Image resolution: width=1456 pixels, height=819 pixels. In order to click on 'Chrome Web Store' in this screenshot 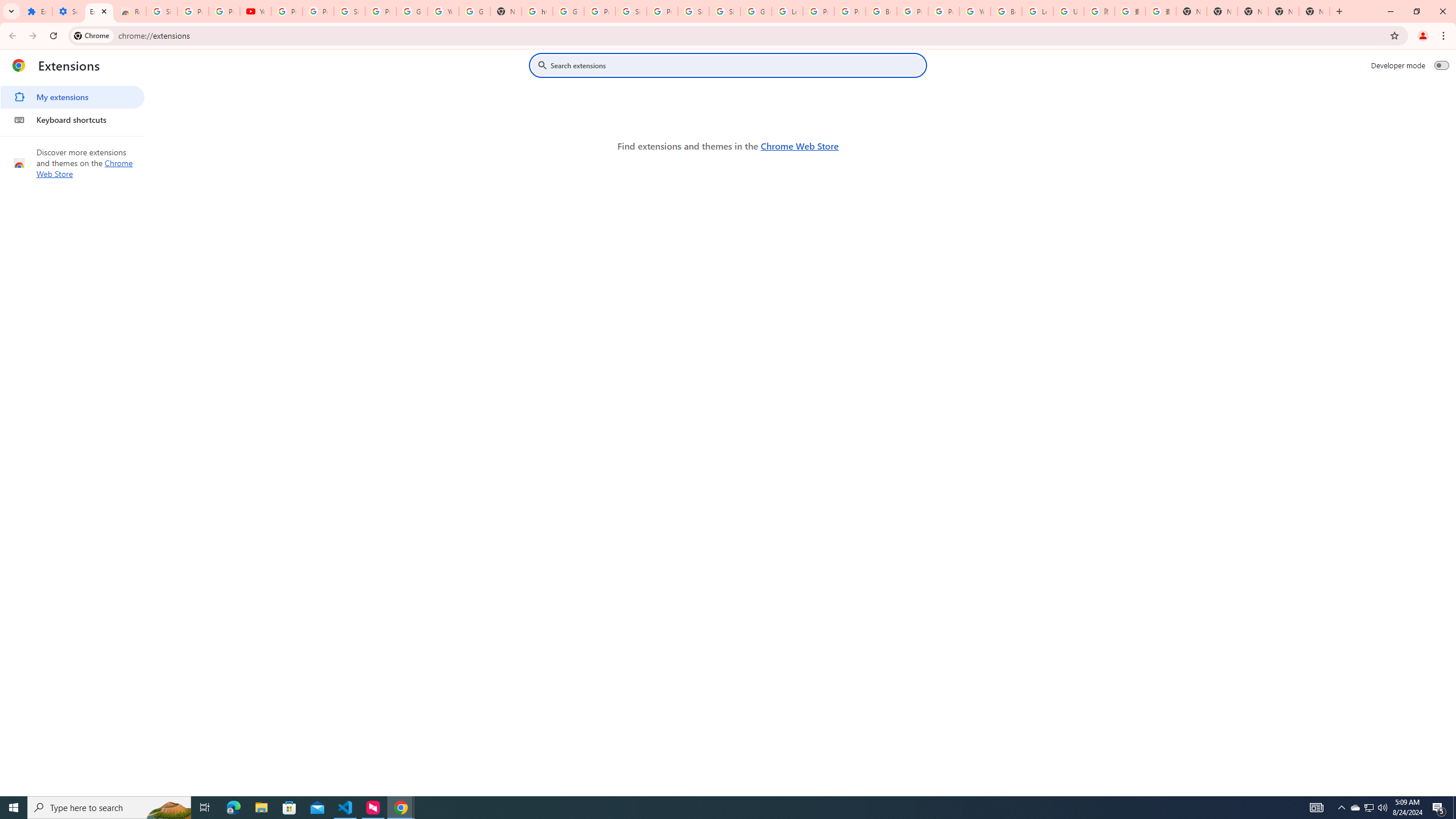, I will do `click(799, 146)`.